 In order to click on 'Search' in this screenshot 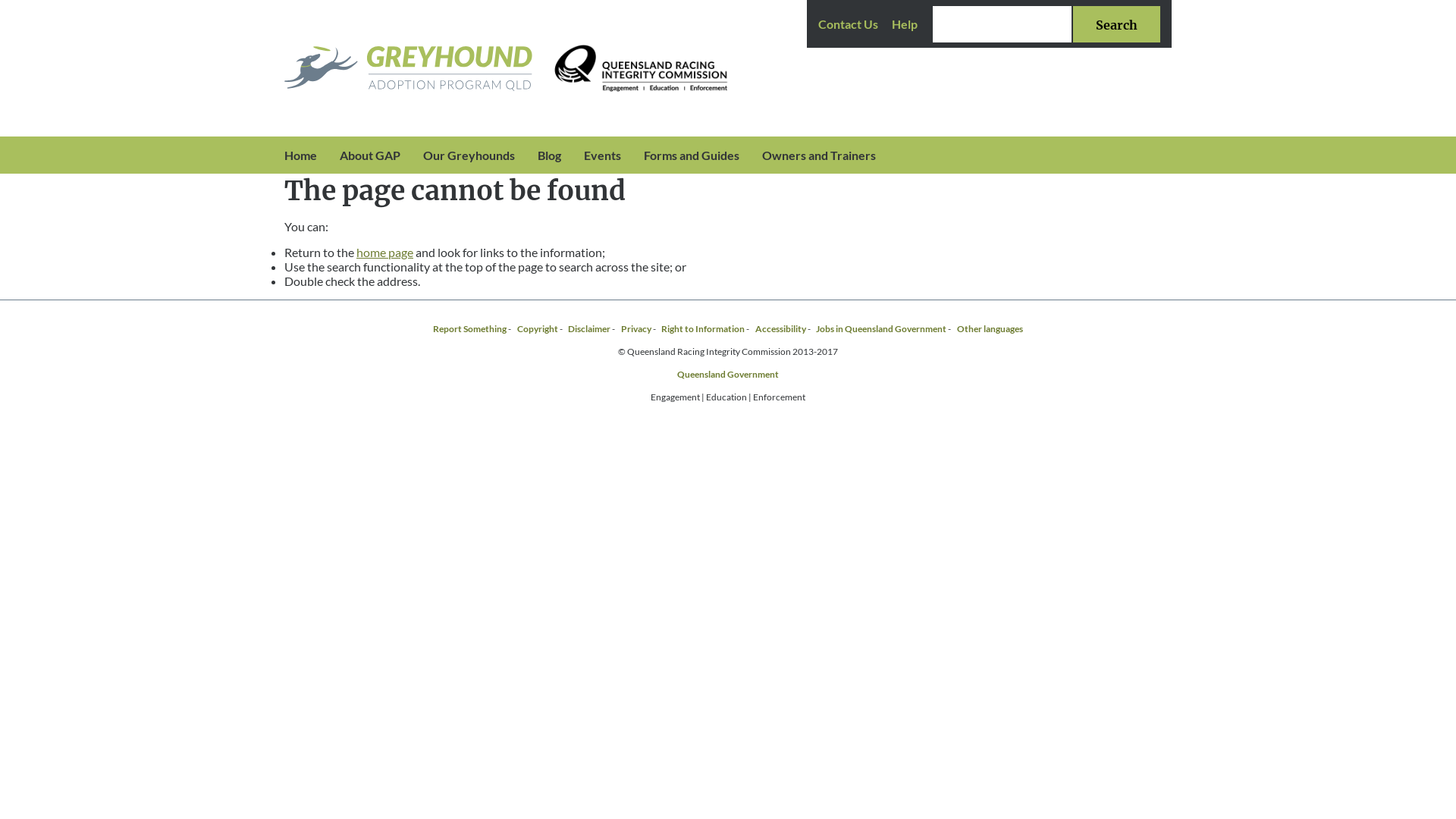, I will do `click(1116, 24)`.